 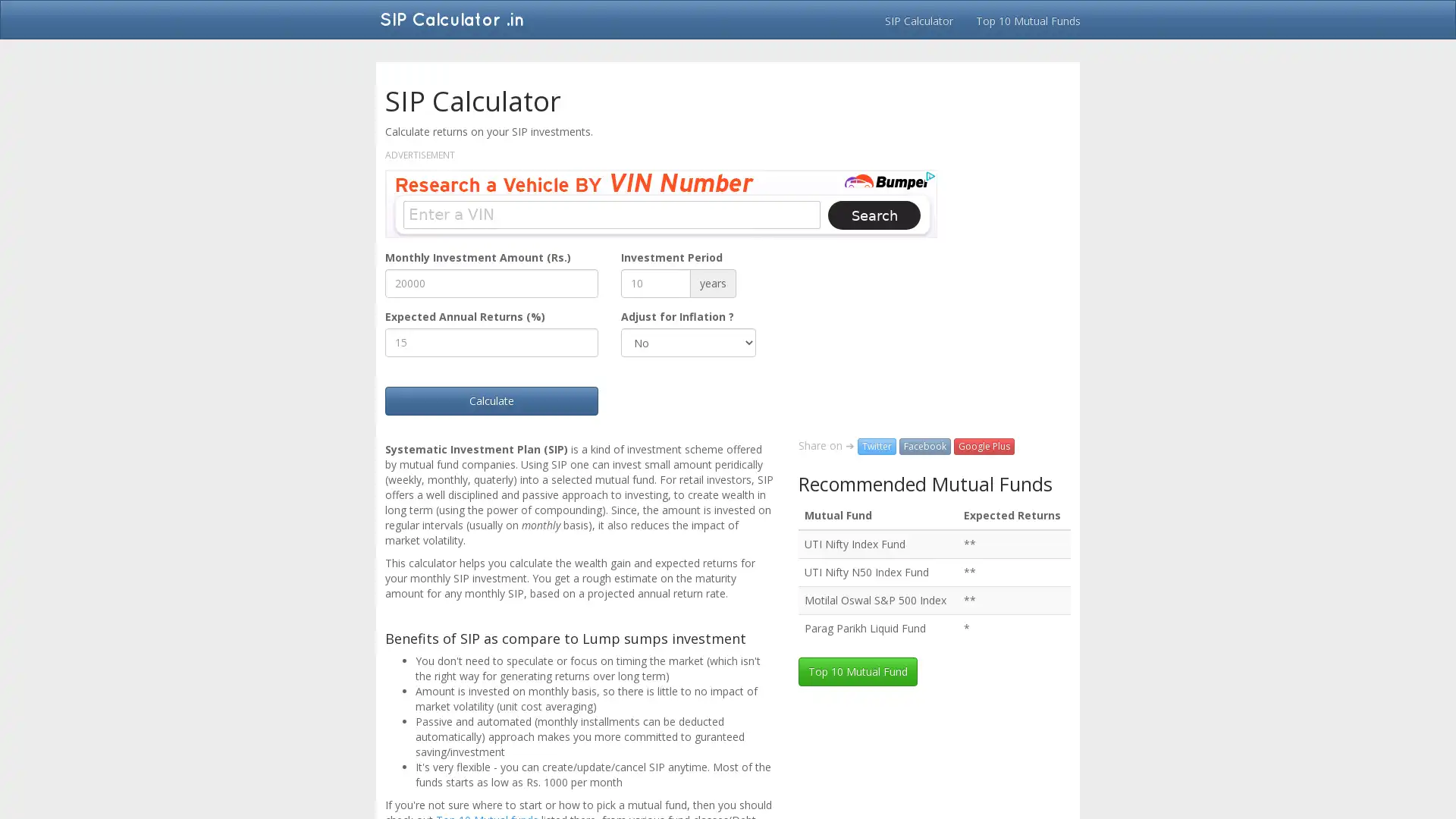 I want to click on Calculate, so click(x=491, y=400).